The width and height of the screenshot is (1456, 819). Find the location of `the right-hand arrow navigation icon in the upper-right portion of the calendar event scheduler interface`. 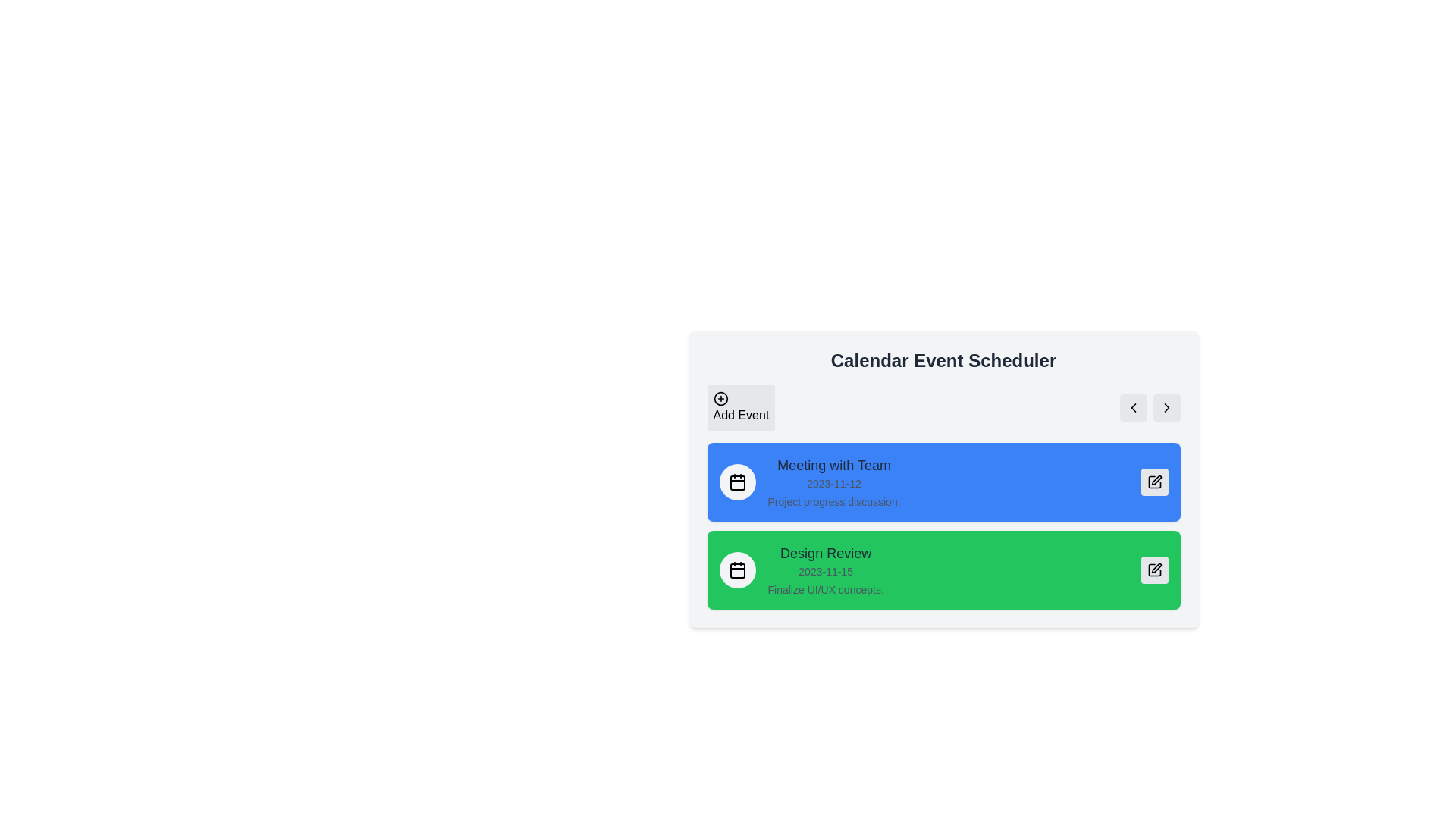

the right-hand arrow navigation icon in the upper-right portion of the calendar event scheduler interface is located at coordinates (1166, 406).